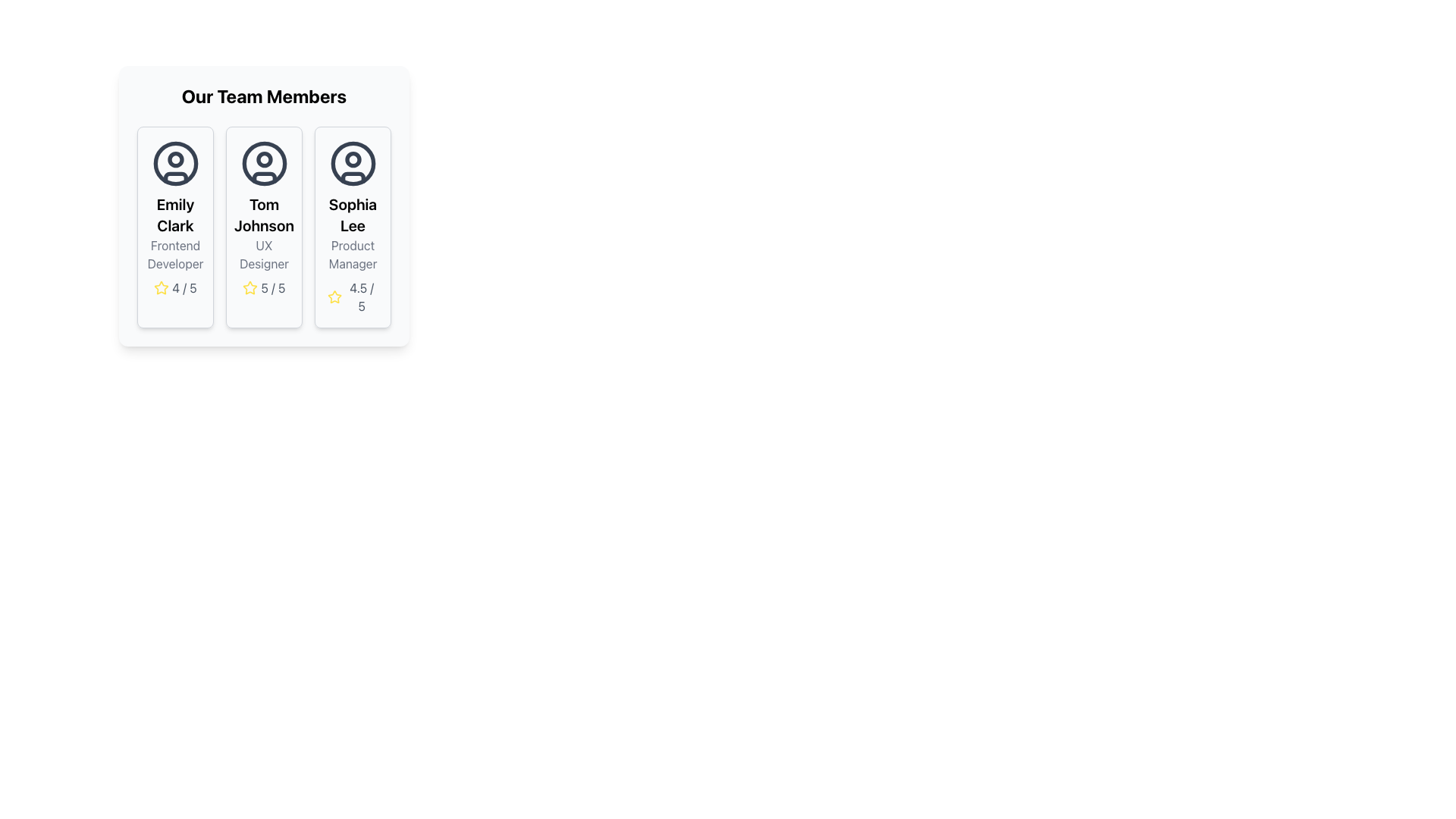 The height and width of the screenshot is (819, 1456). I want to click on the circular user icon representing 'Sophia Lee' located prominently in the middle of her profile card, which is the third card from the left, so click(352, 164).